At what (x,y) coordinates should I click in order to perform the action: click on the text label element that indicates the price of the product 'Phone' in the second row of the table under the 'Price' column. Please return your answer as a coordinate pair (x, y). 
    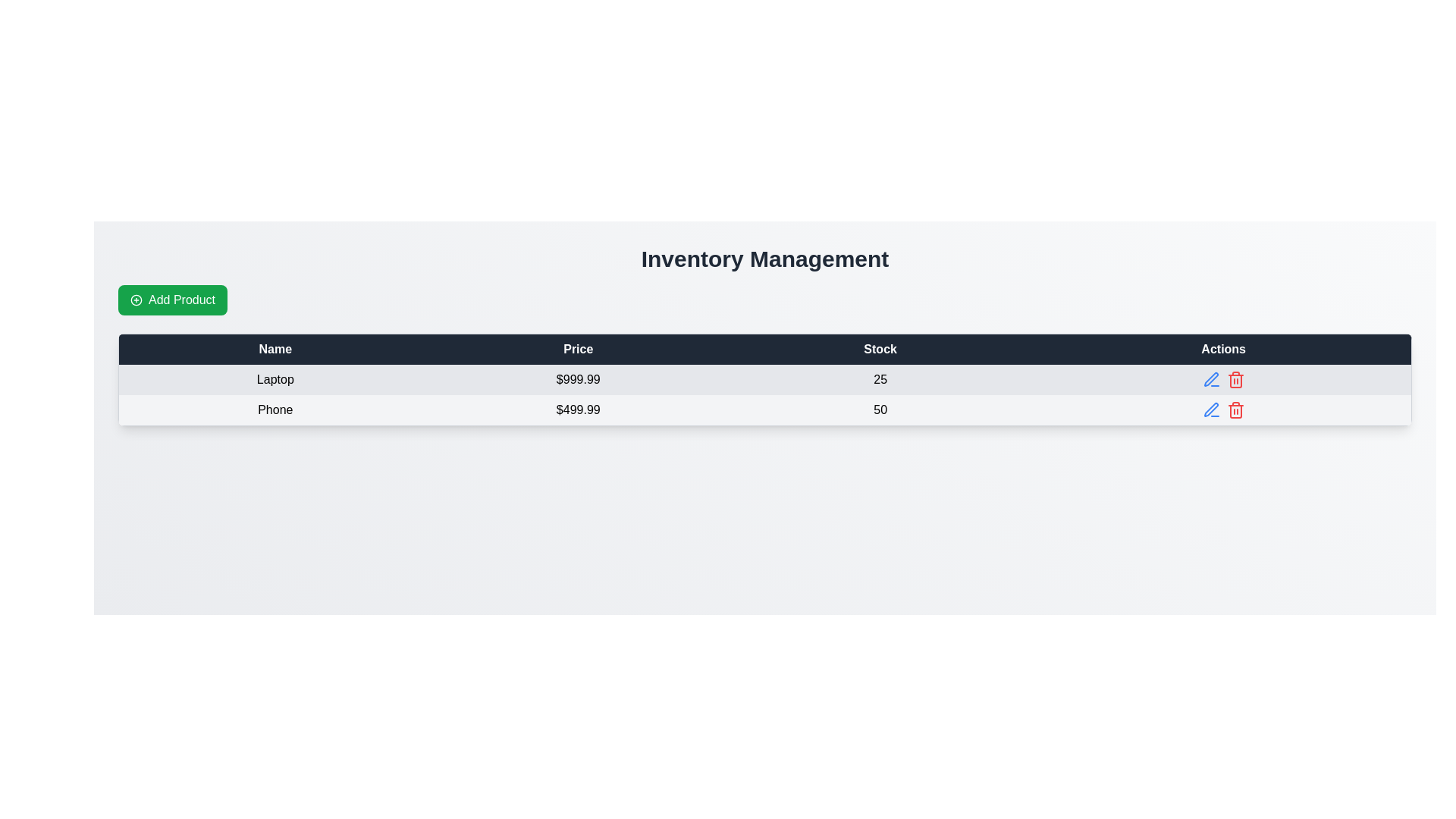
    Looking at the image, I should click on (577, 410).